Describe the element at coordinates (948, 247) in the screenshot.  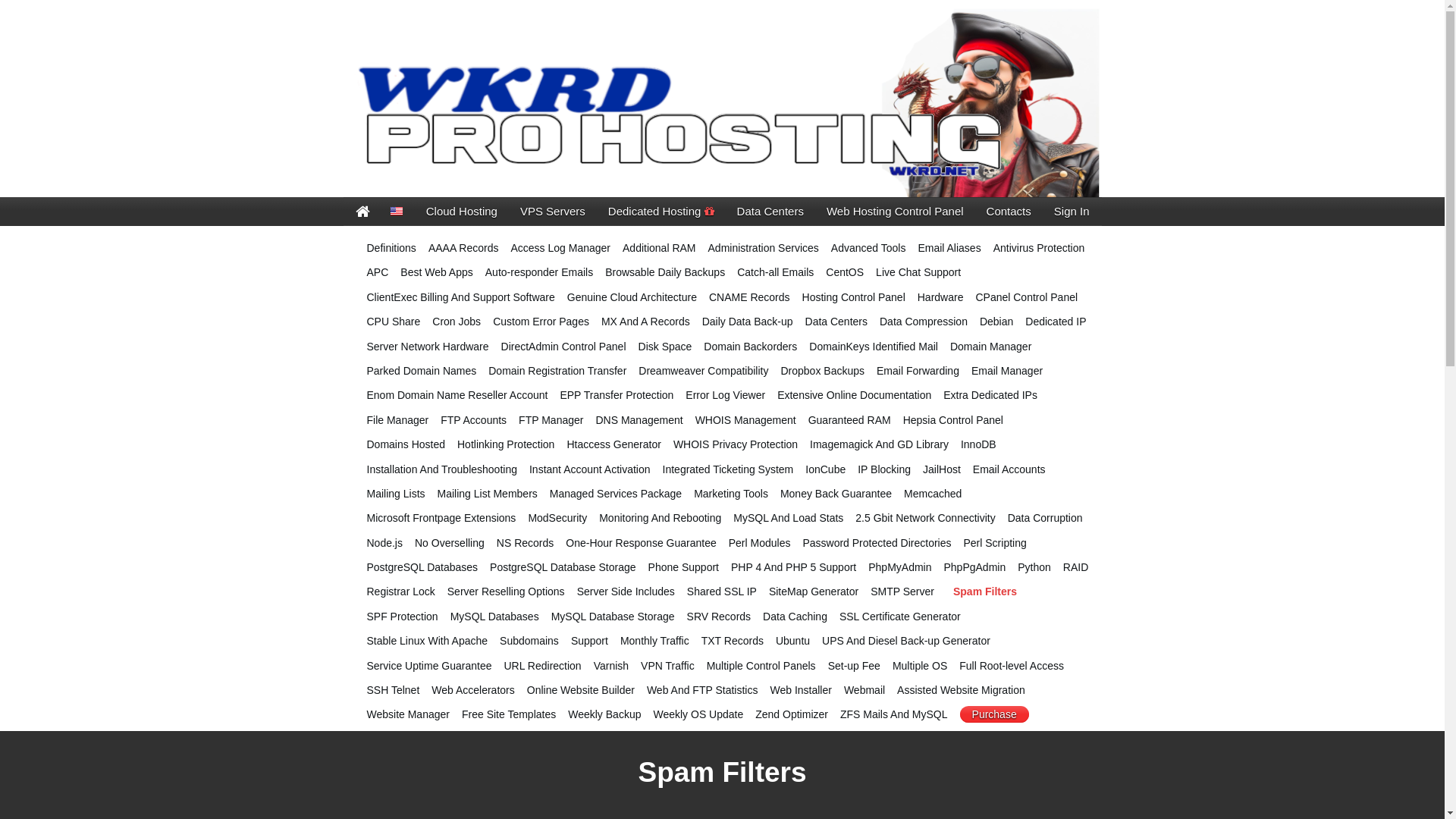
I see `'Email Aliases'` at that location.